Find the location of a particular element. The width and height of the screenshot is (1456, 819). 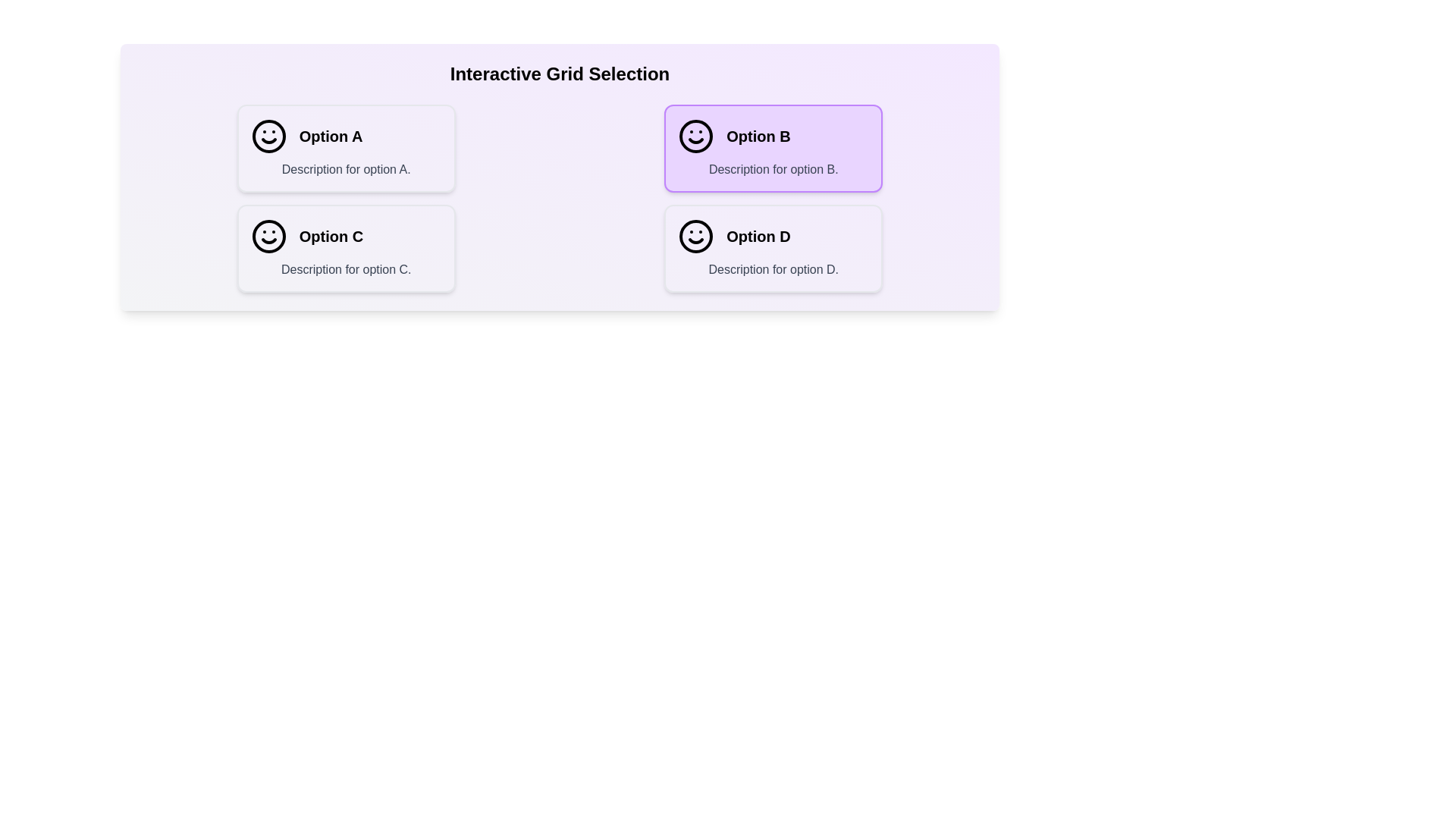

the option Option B in the grid is located at coordinates (773, 149).